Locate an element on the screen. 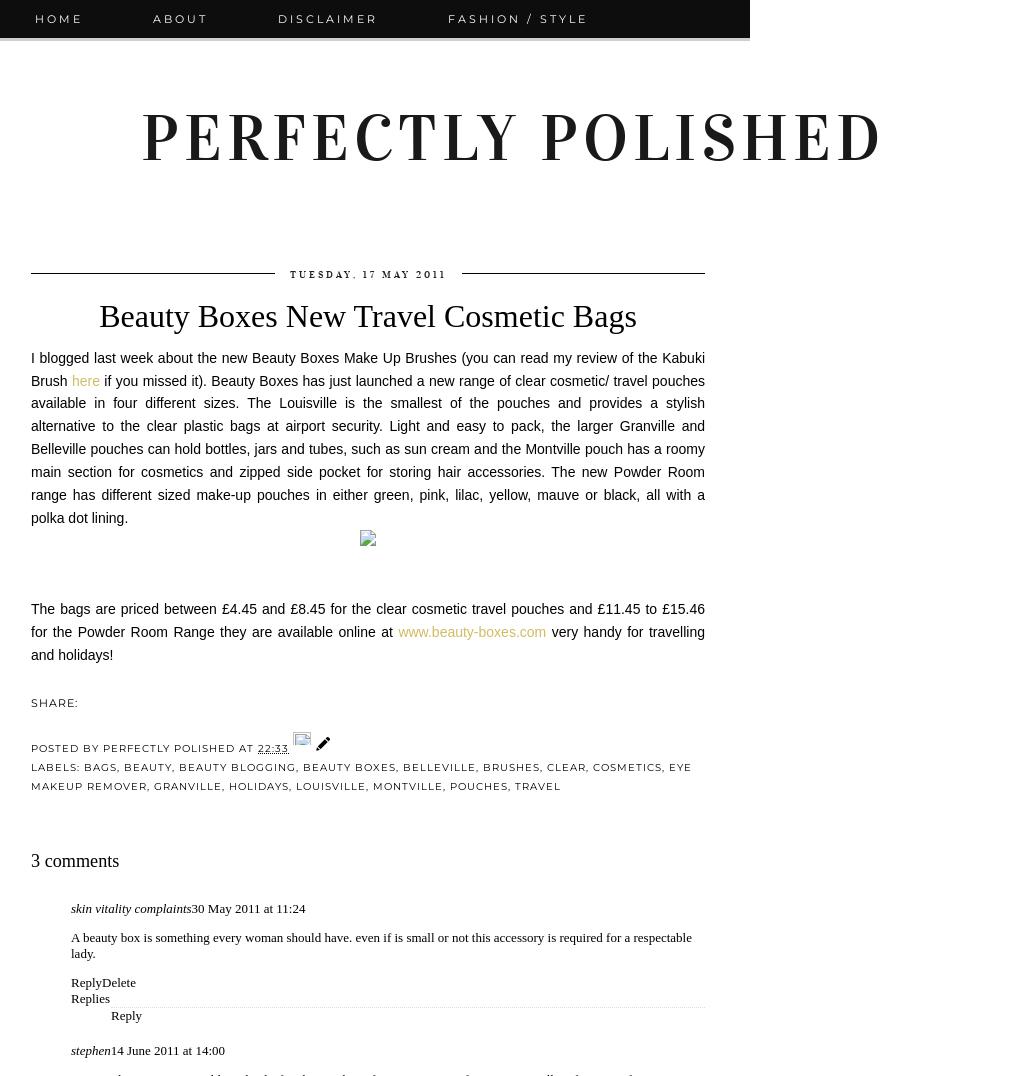 The width and height of the screenshot is (1018, 1076). 'The bags are priced between £4.45 and £8.45 for the clear cosmetic travel pouches and £11.45 to £15.46 for the Powder Room Range they are available online at' is located at coordinates (368, 620).